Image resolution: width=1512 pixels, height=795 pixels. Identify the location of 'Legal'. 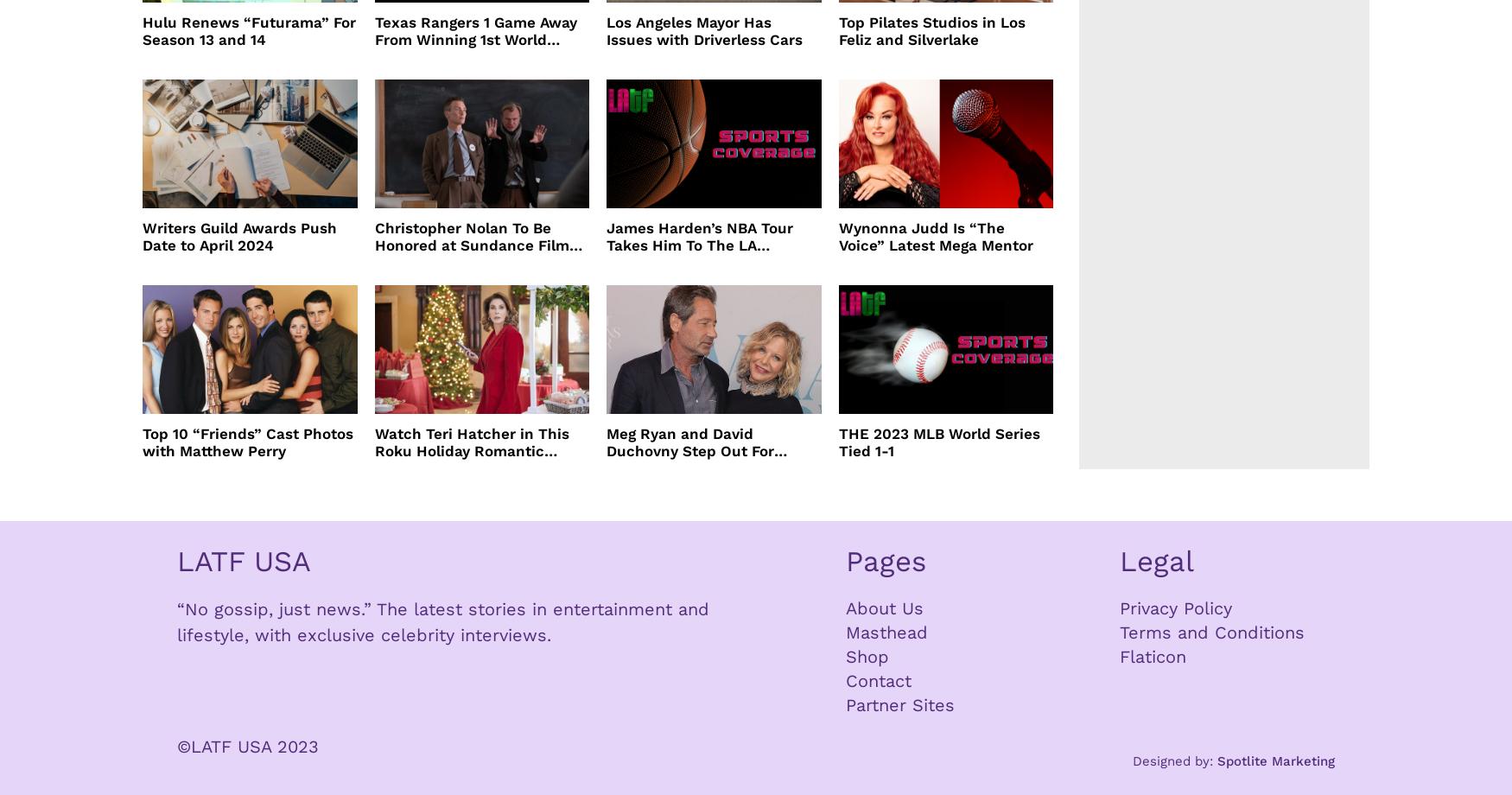
(1156, 559).